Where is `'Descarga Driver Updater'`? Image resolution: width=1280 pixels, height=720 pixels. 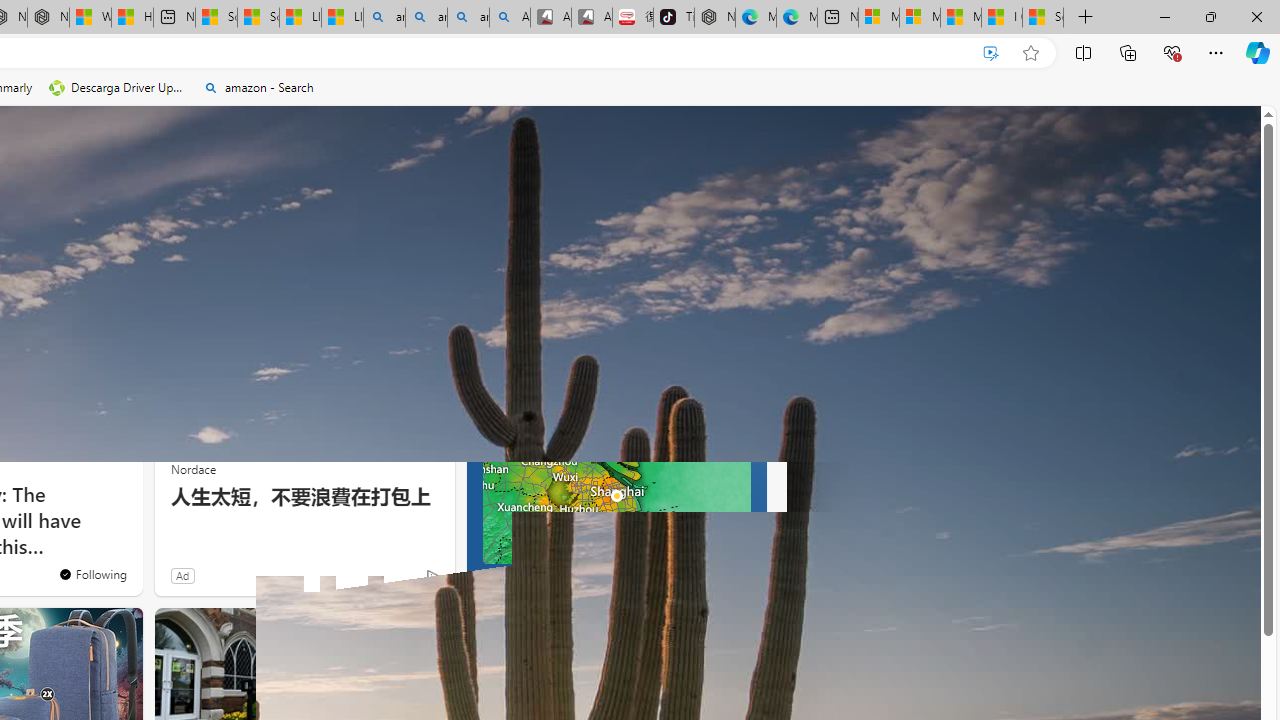
'Descarga Driver Updater' is located at coordinates (117, 87).